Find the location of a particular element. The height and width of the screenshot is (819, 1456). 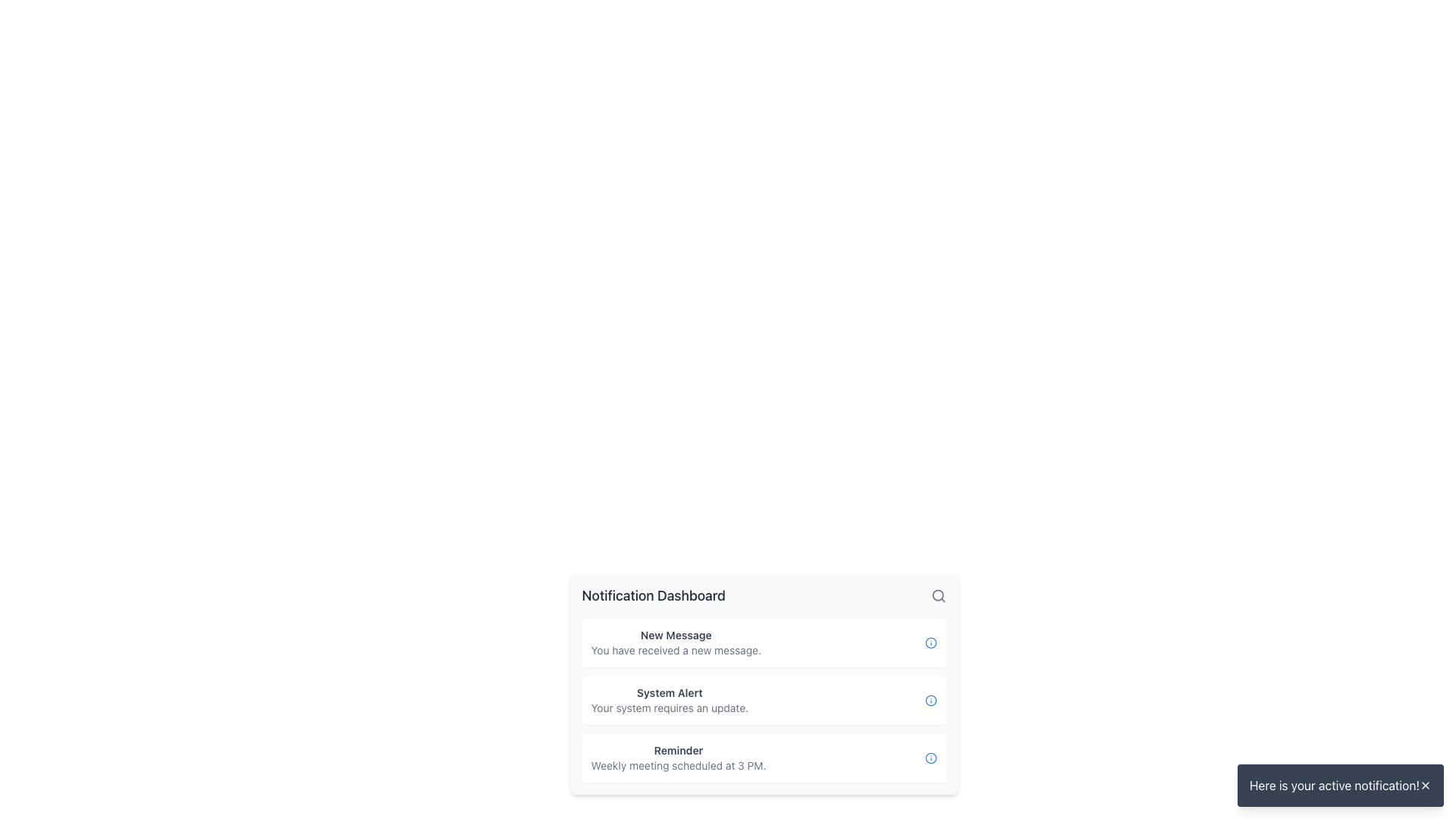

the first Notification Card in the Notification Dashboard is located at coordinates (675, 643).